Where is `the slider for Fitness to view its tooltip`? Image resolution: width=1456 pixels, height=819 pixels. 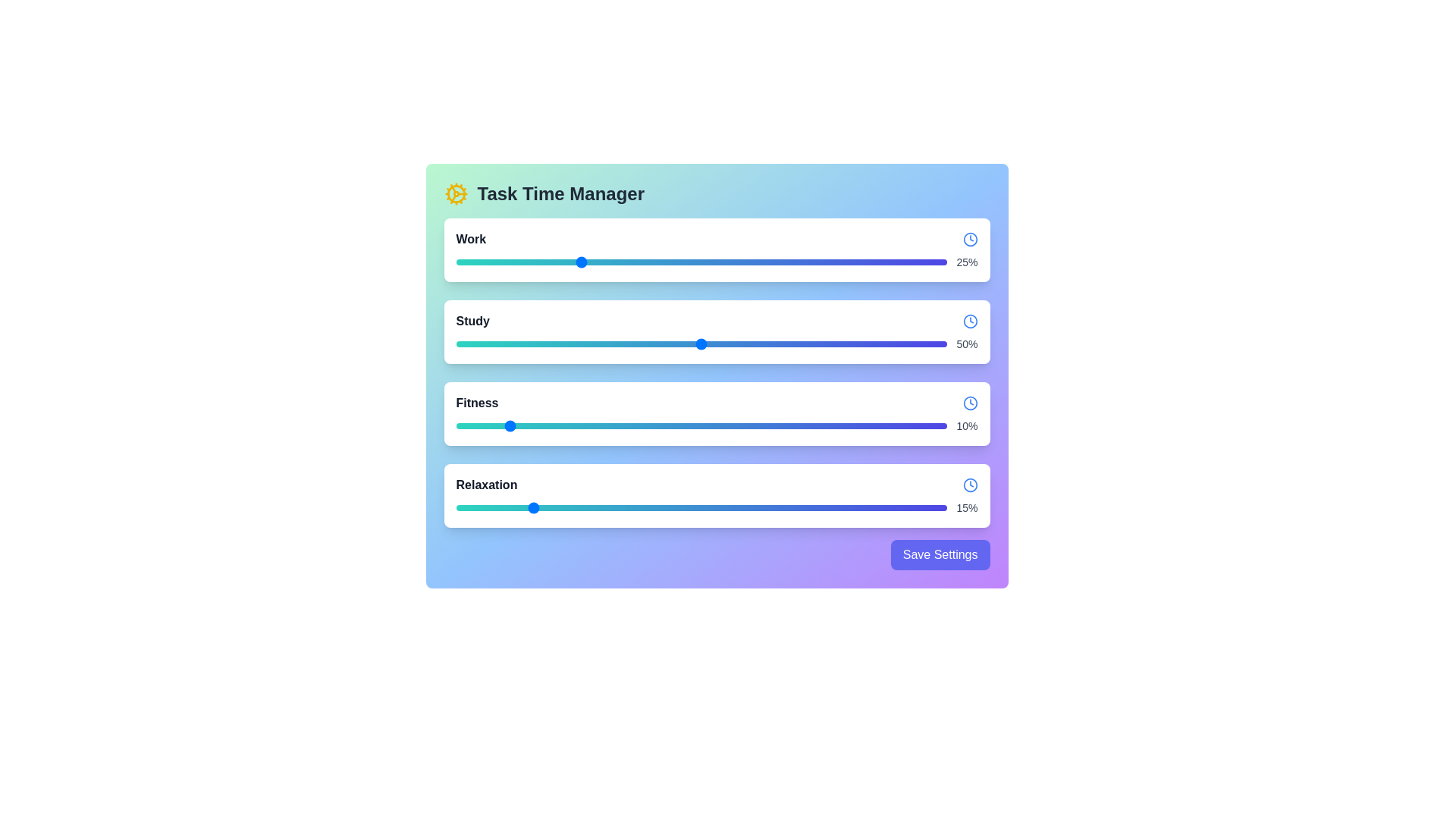 the slider for Fitness to view its tooltip is located at coordinates (701, 426).